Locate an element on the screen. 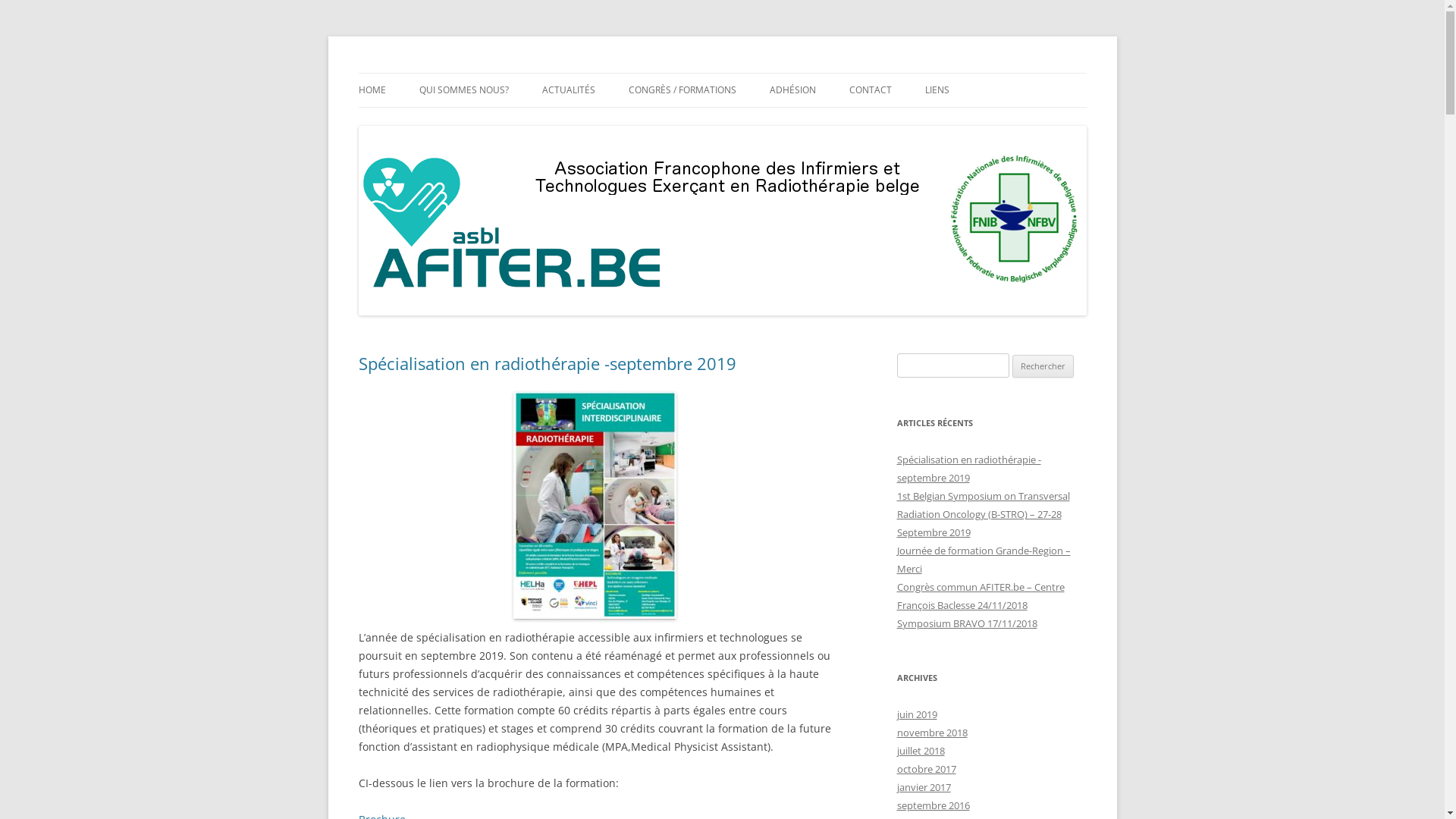 The width and height of the screenshot is (1456, 819). 'LIENS' is located at coordinates (937, 90).